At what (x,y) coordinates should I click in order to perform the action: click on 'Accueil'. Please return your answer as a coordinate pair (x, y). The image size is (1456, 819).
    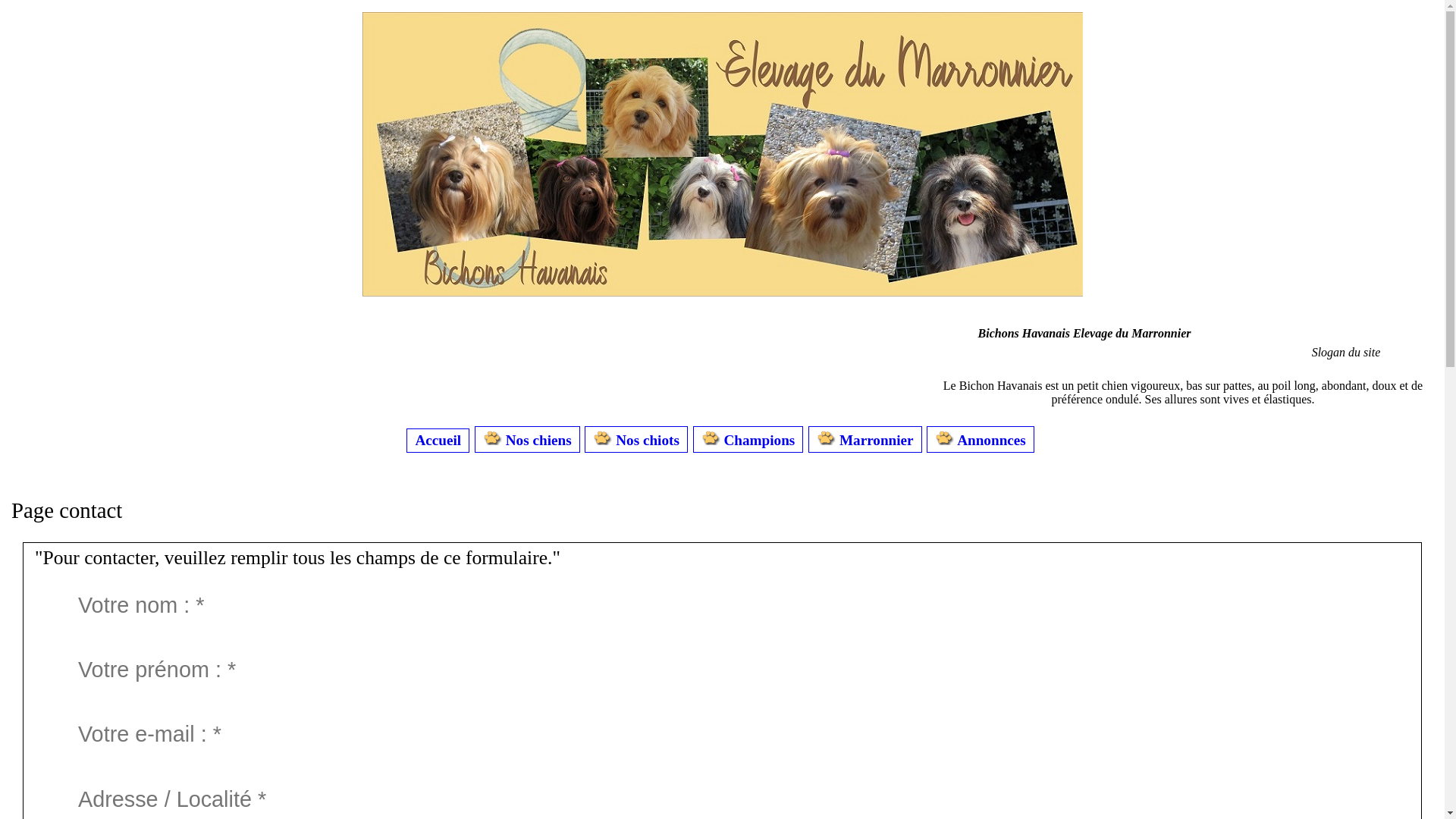
    Looking at the image, I should click on (437, 441).